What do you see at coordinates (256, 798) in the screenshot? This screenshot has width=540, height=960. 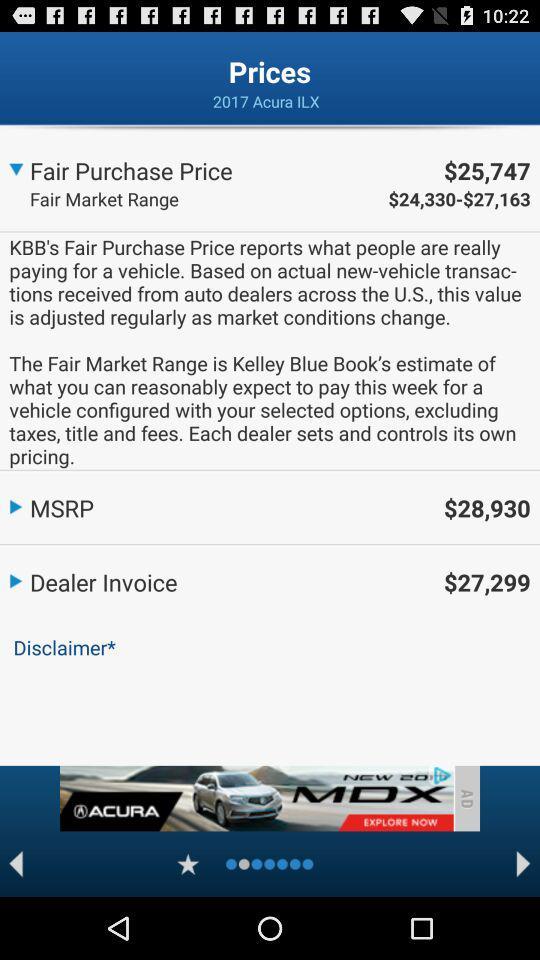 I see `open advertisement` at bounding box center [256, 798].